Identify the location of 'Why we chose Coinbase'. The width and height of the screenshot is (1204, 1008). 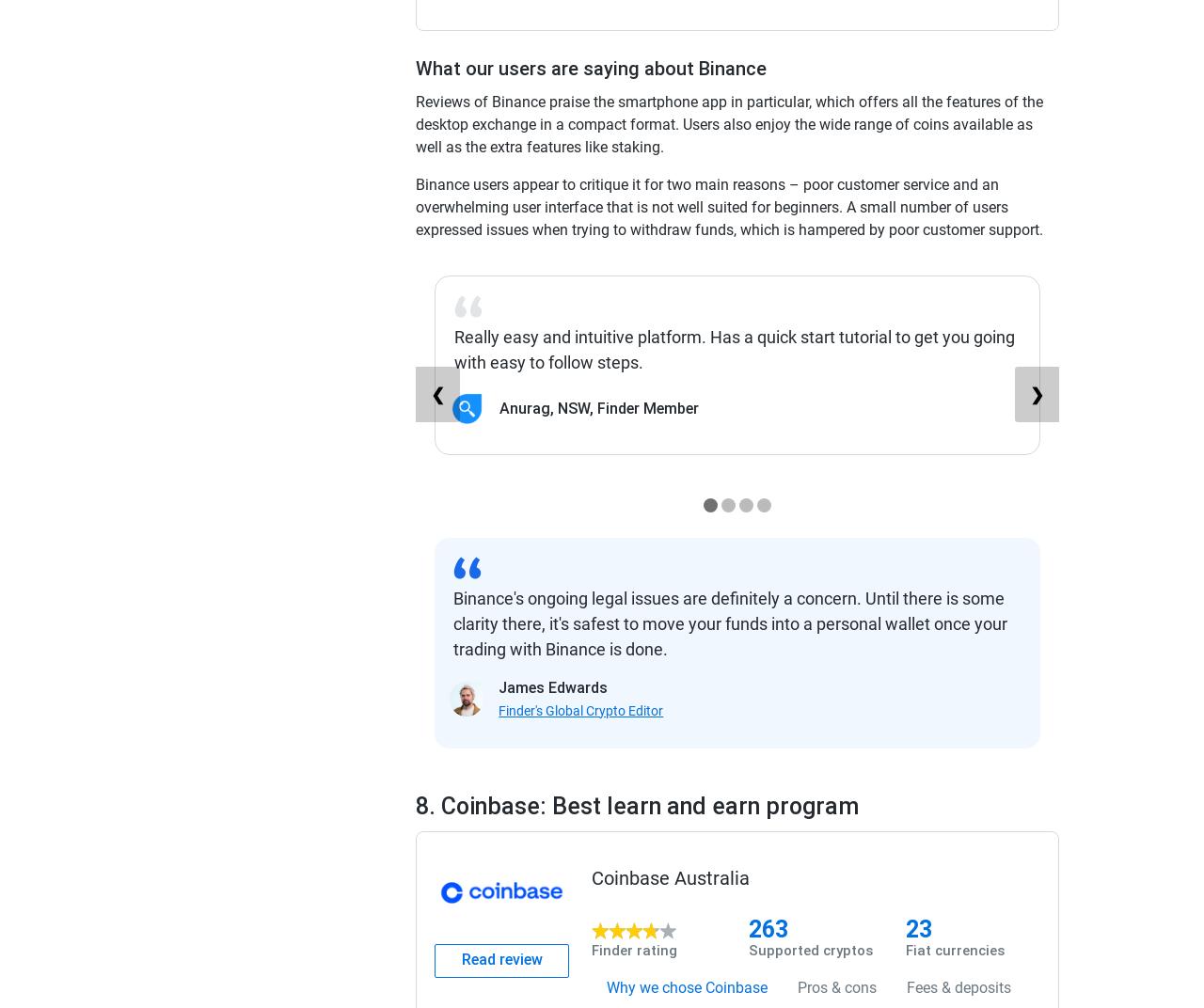
(686, 987).